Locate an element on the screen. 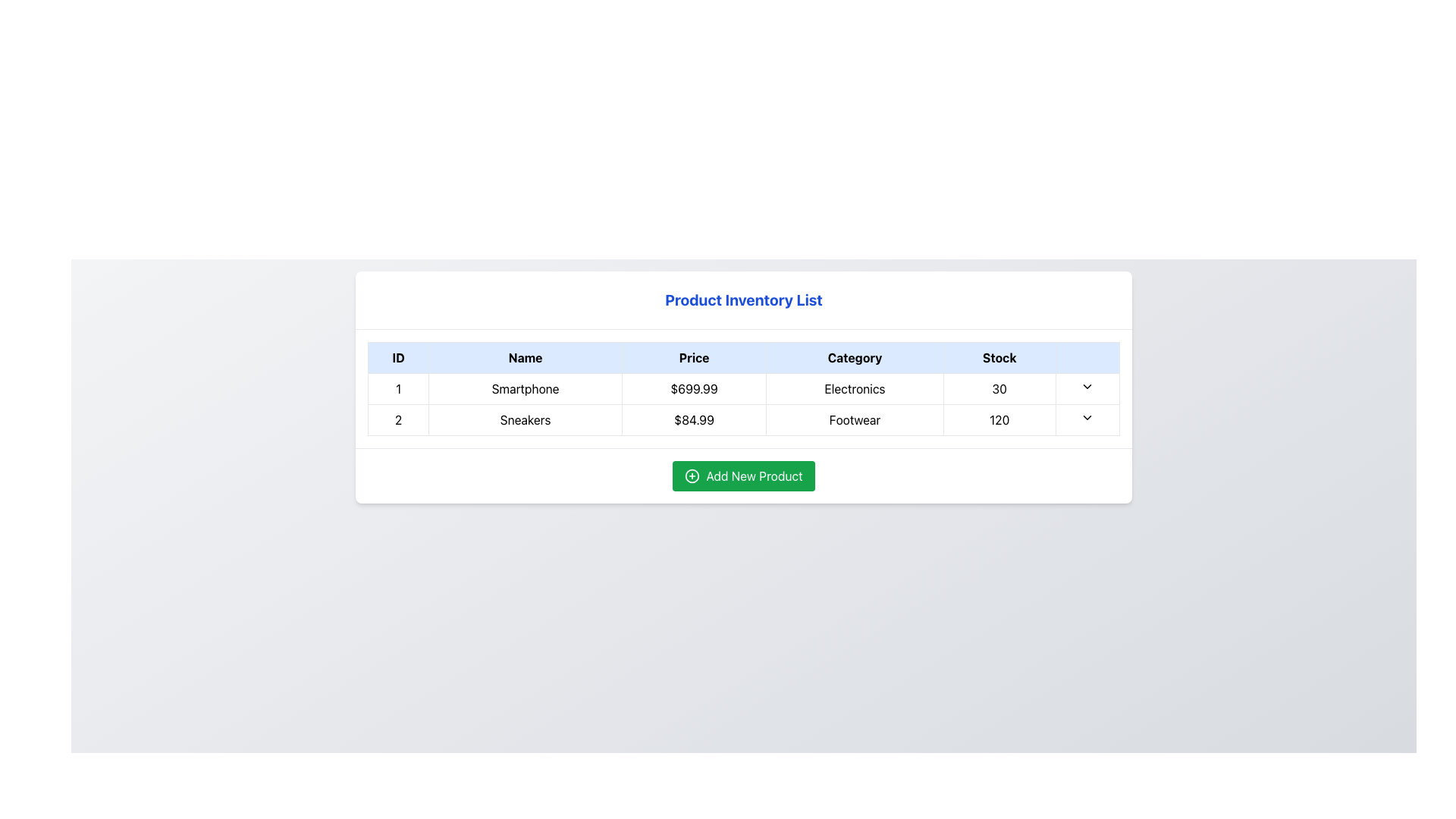 The height and width of the screenshot is (819, 1456). the dropdown toggle arrow icon button located in the 'Stock' column of the second row in the product inventory list table under the 'Footwear' category is located at coordinates (1087, 418).